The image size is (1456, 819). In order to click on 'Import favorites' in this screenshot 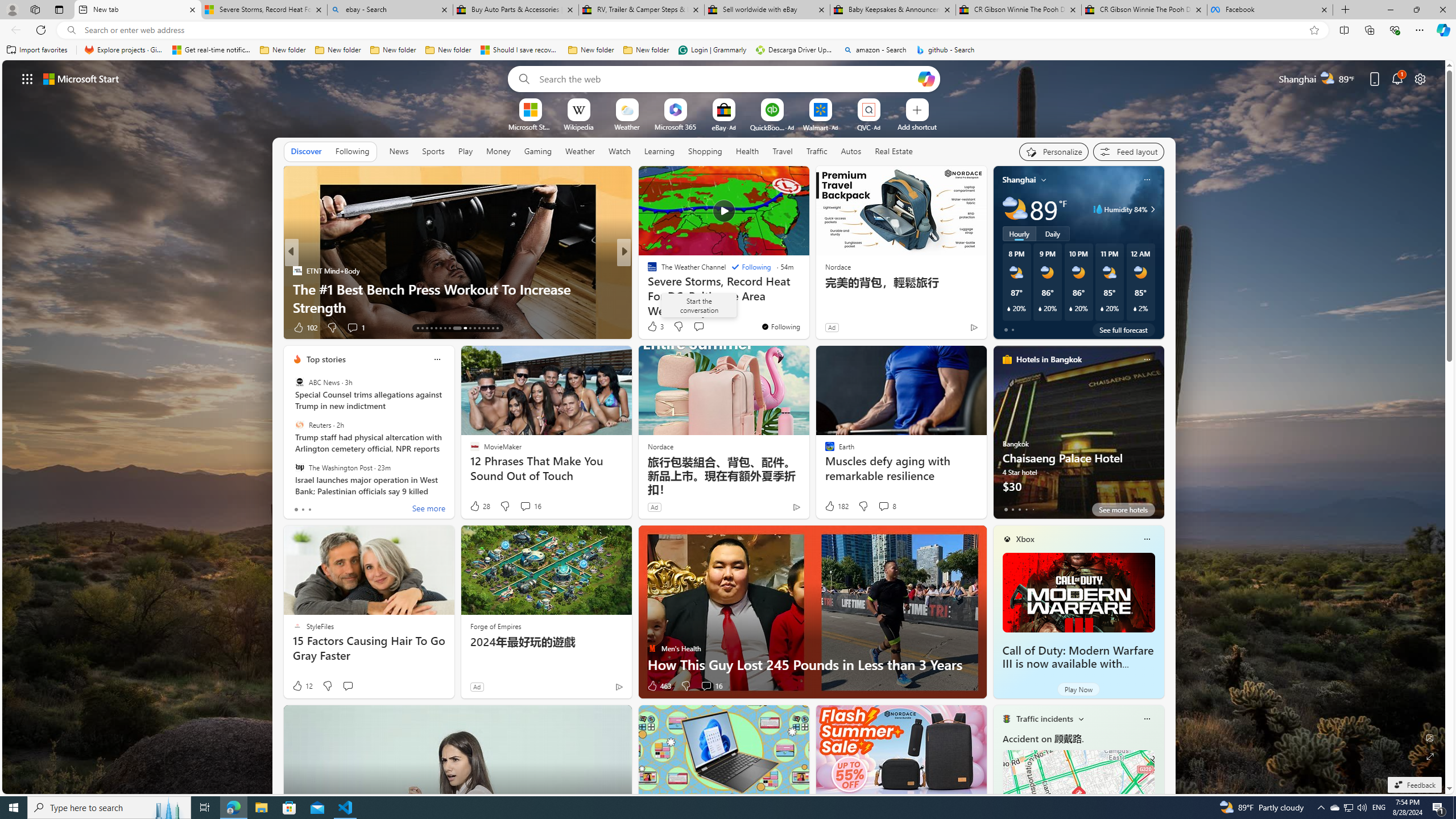, I will do `click(37, 49)`.